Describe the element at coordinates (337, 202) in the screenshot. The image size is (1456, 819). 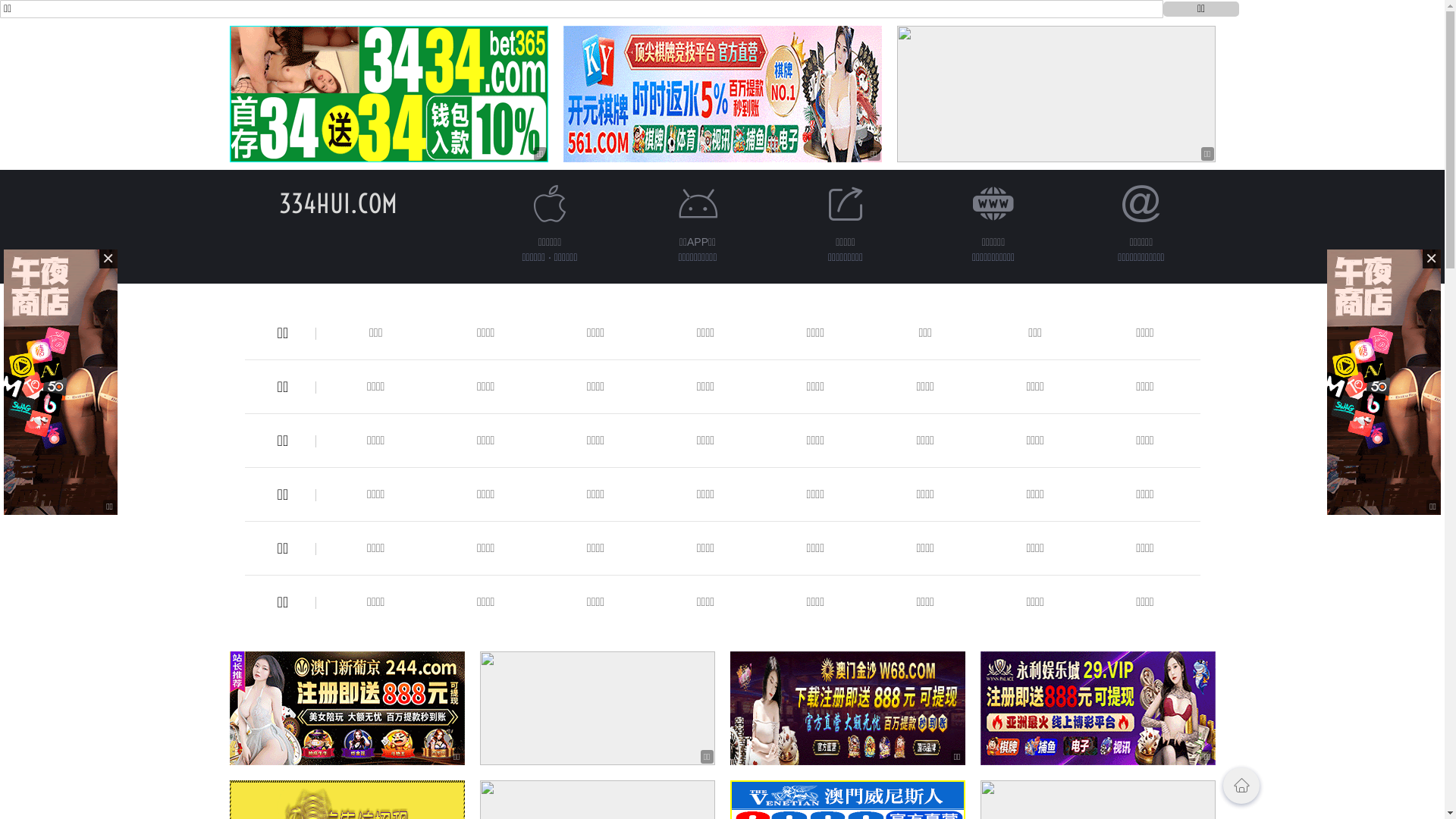
I see `'334HUI.COM'` at that location.